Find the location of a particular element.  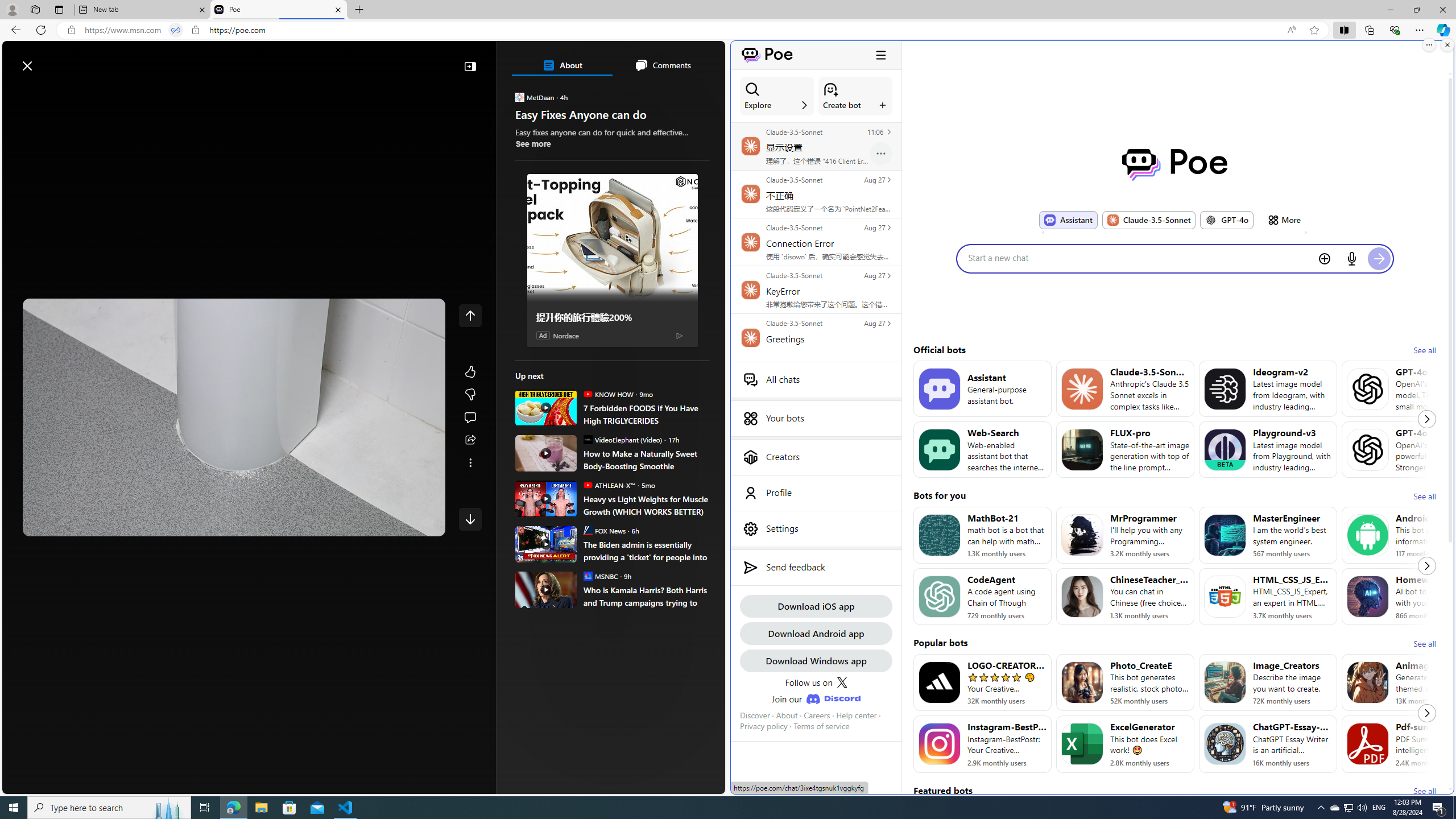

'Bot image for Homeworkbot679' is located at coordinates (1368, 597).